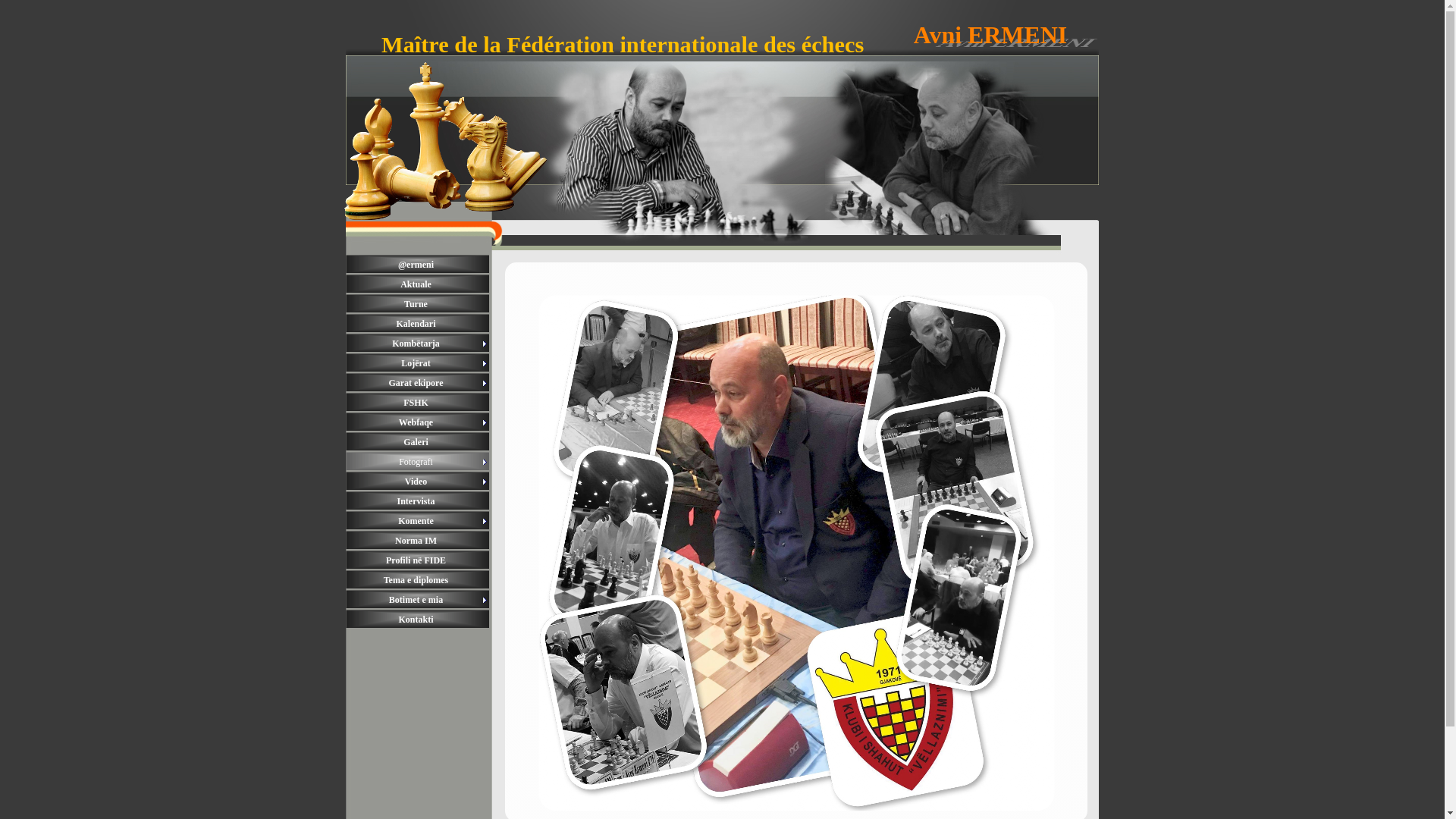 Image resolution: width=1456 pixels, height=819 pixels. Describe the element at coordinates (418, 323) in the screenshot. I see `'Kalendari'` at that location.